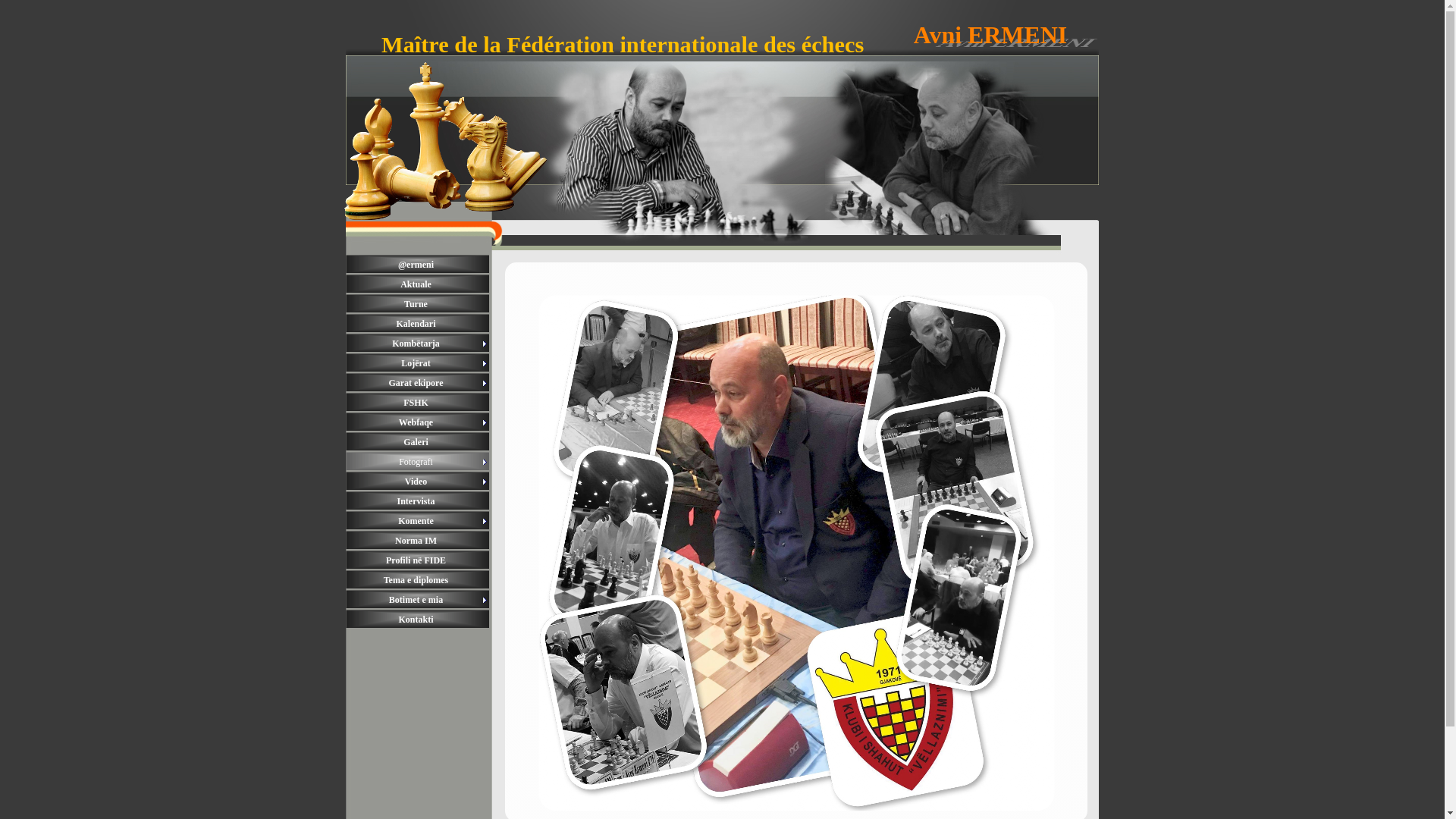 Image resolution: width=1456 pixels, height=819 pixels. Describe the element at coordinates (418, 323) in the screenshot. I see `'Kalendari'` at that location.